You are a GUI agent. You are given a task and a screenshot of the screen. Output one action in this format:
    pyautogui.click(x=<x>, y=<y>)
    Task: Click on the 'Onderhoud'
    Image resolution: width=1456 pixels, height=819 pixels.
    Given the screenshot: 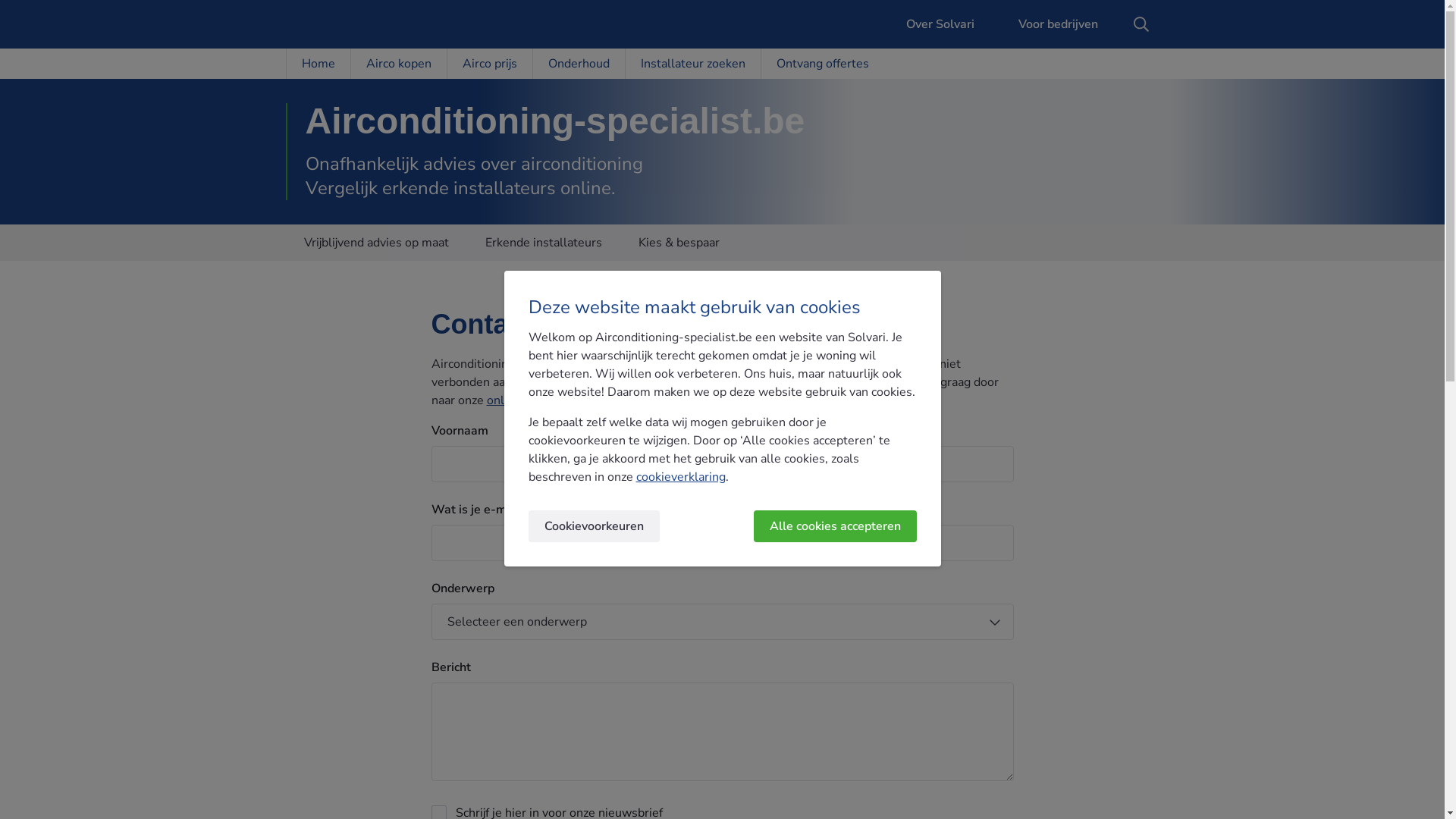 What is the action you would take?
    pyautogui.click(x=578, y=63)
    